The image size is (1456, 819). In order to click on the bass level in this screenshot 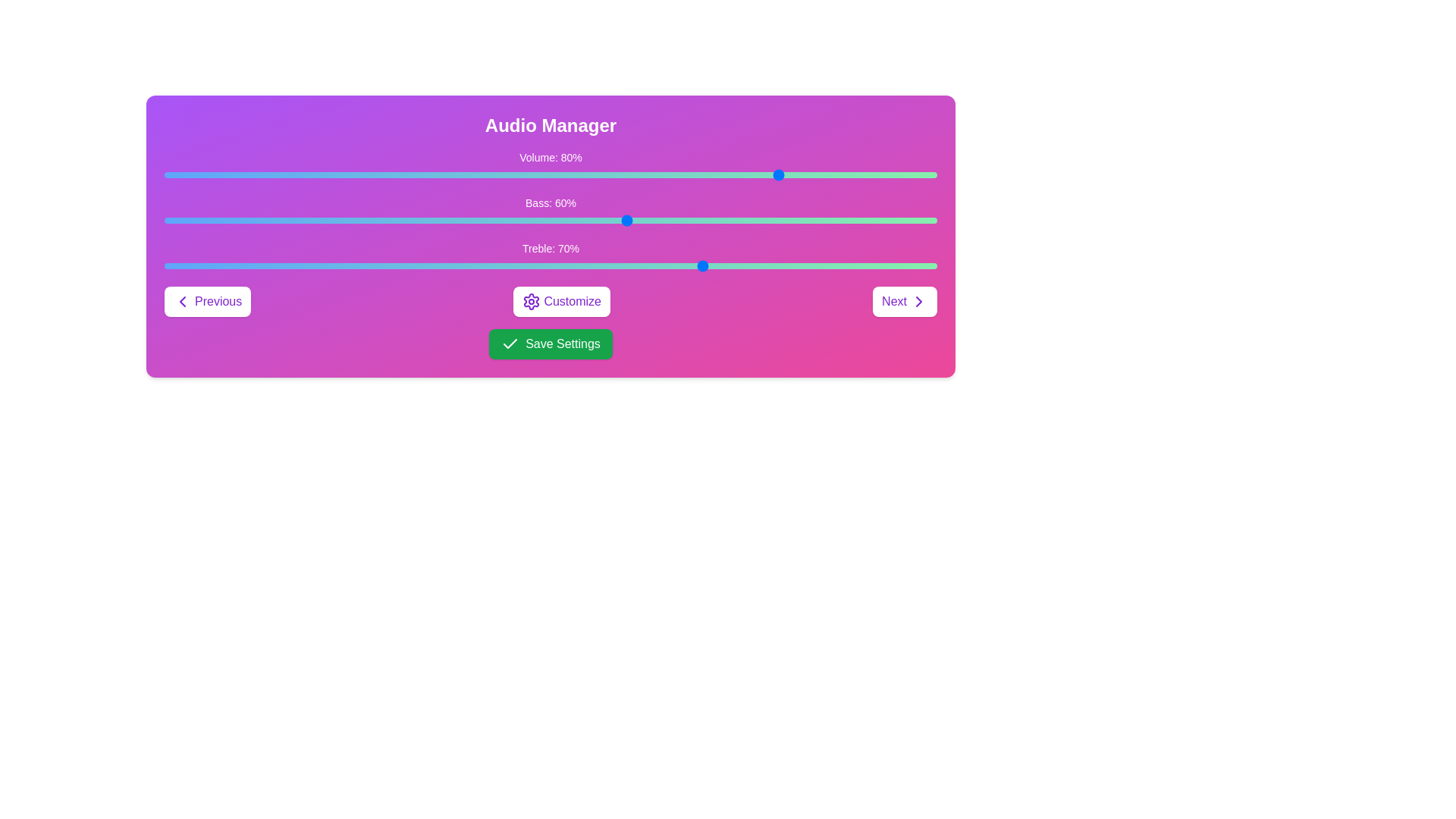, I will do `click(681, 220)`.